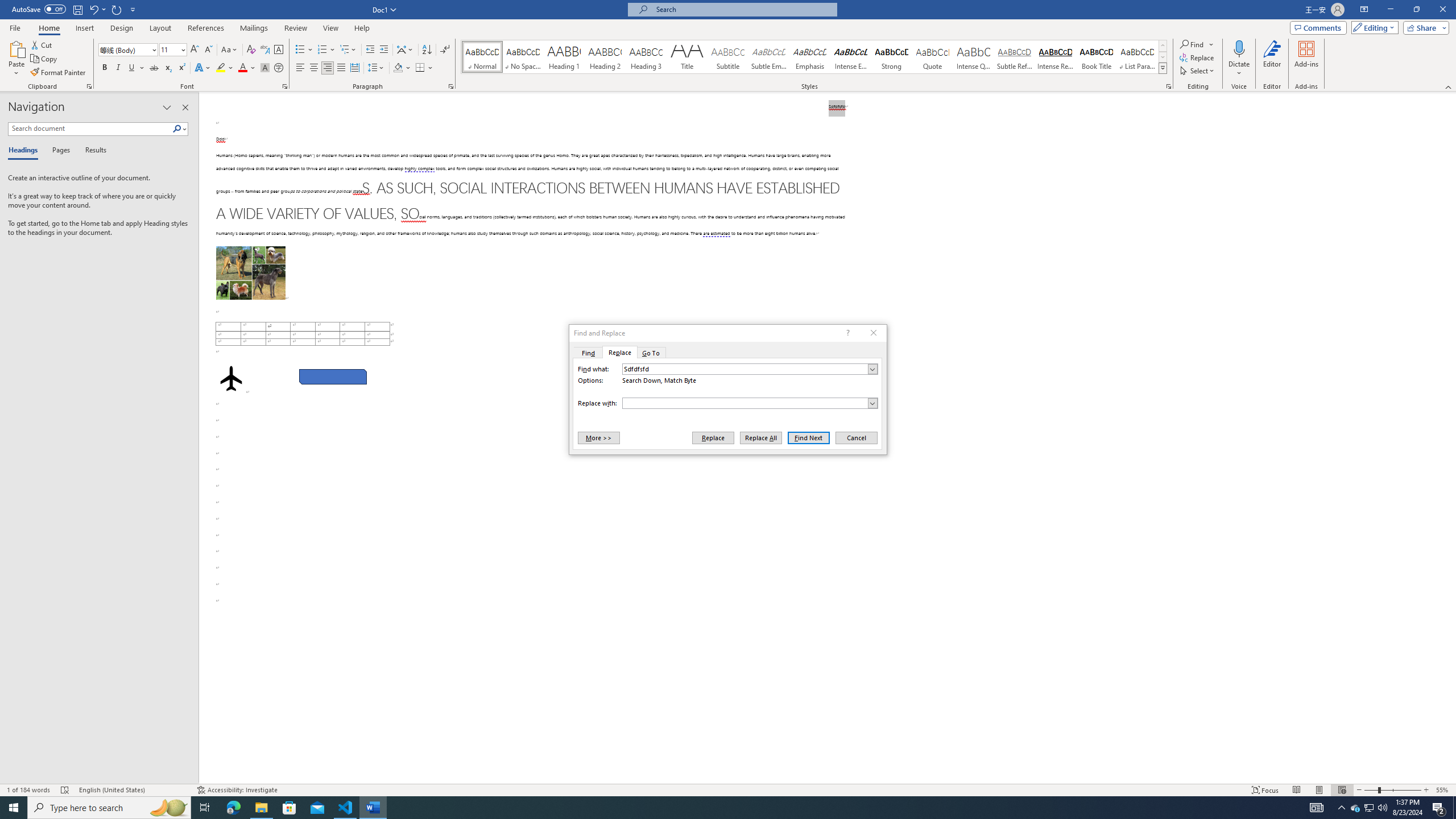 This screenshot has width=1456, height=819. Describe the element at coordinates (122, 28) in the screenshot. I see `'Design'` at that location.